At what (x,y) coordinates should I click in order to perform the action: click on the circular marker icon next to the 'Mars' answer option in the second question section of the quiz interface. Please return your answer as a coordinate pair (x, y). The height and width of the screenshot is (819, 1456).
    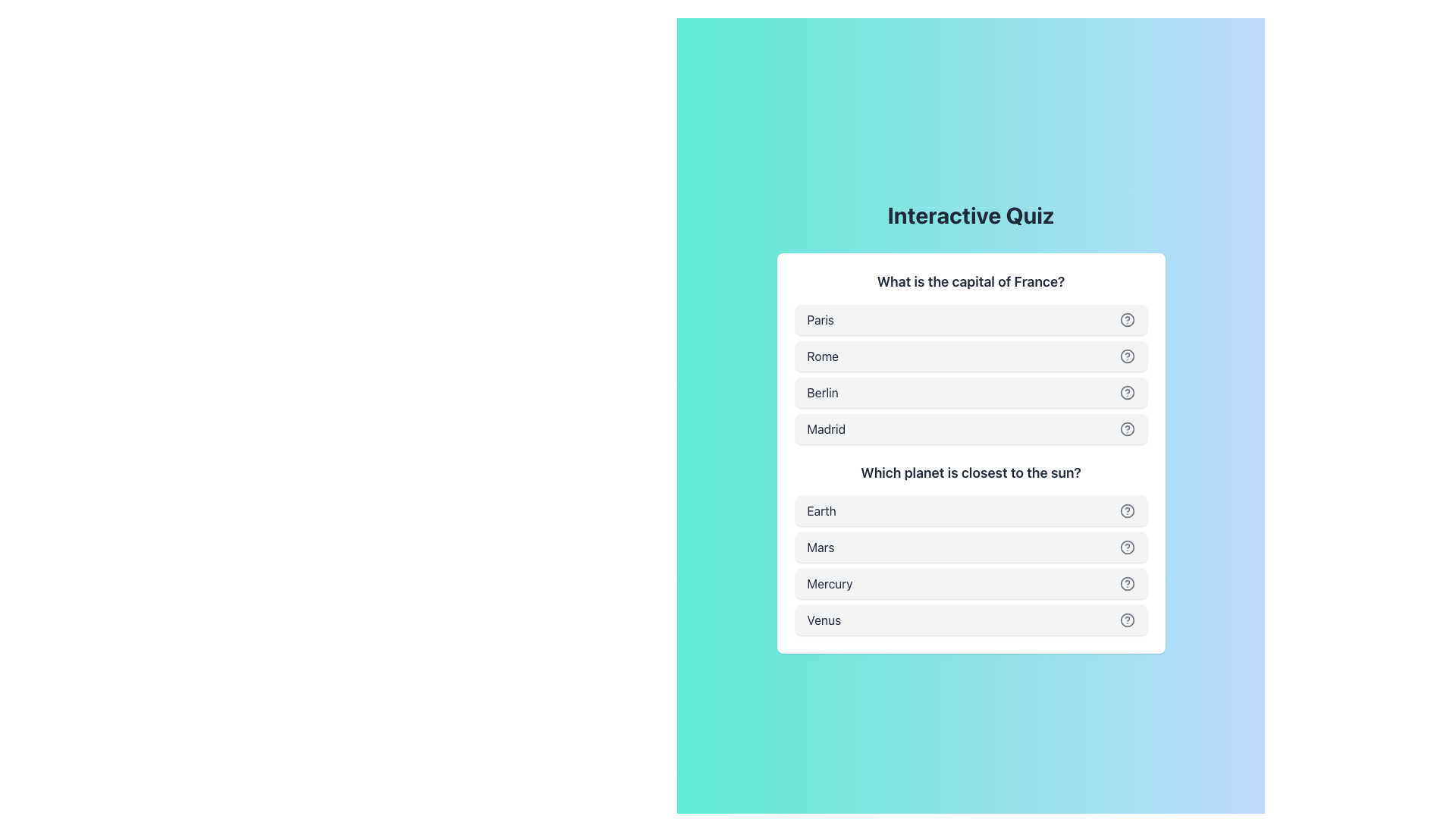
    Looking at the image, I should click on (1127, 547).